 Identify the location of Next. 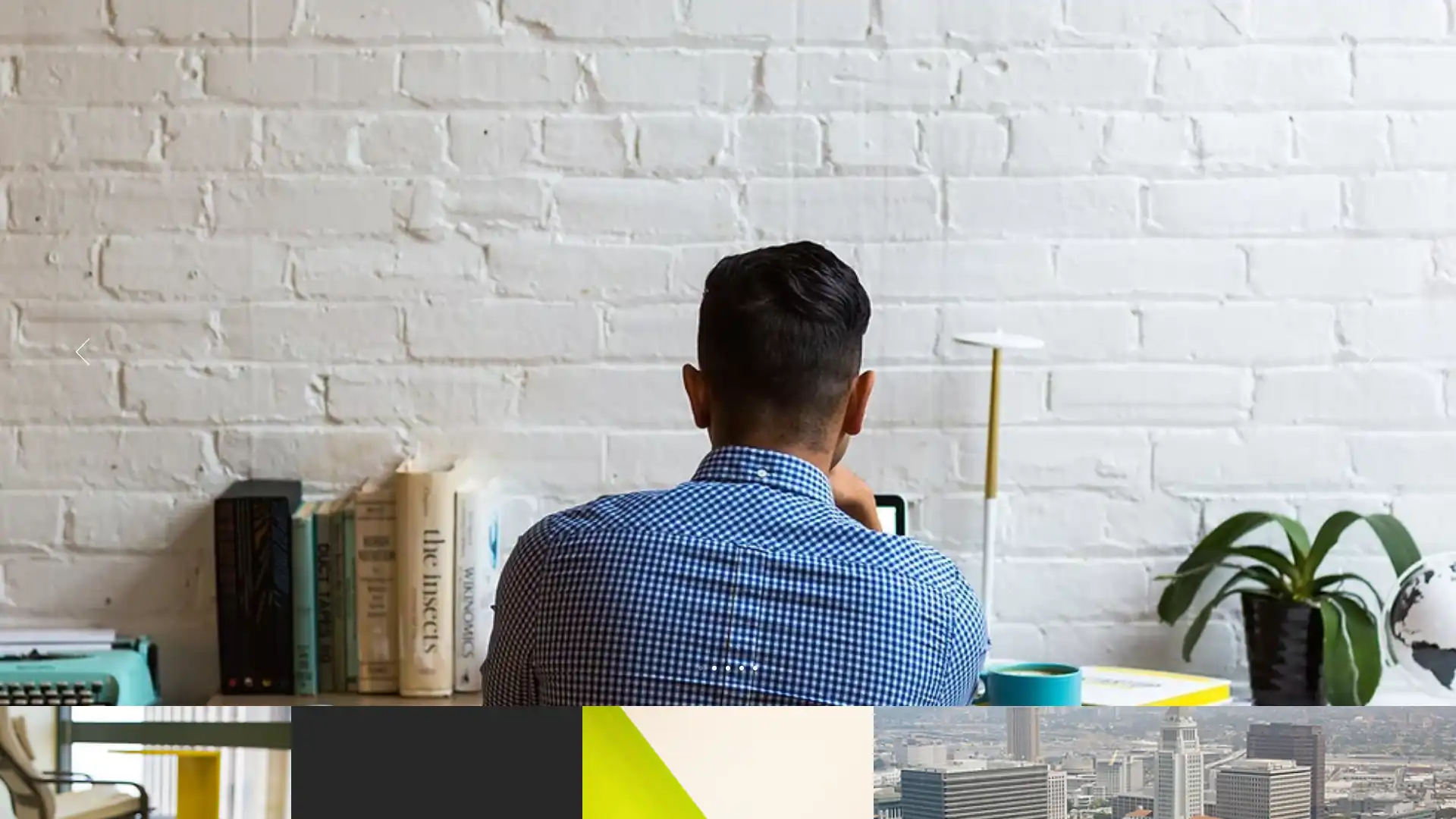
(1373, 353).